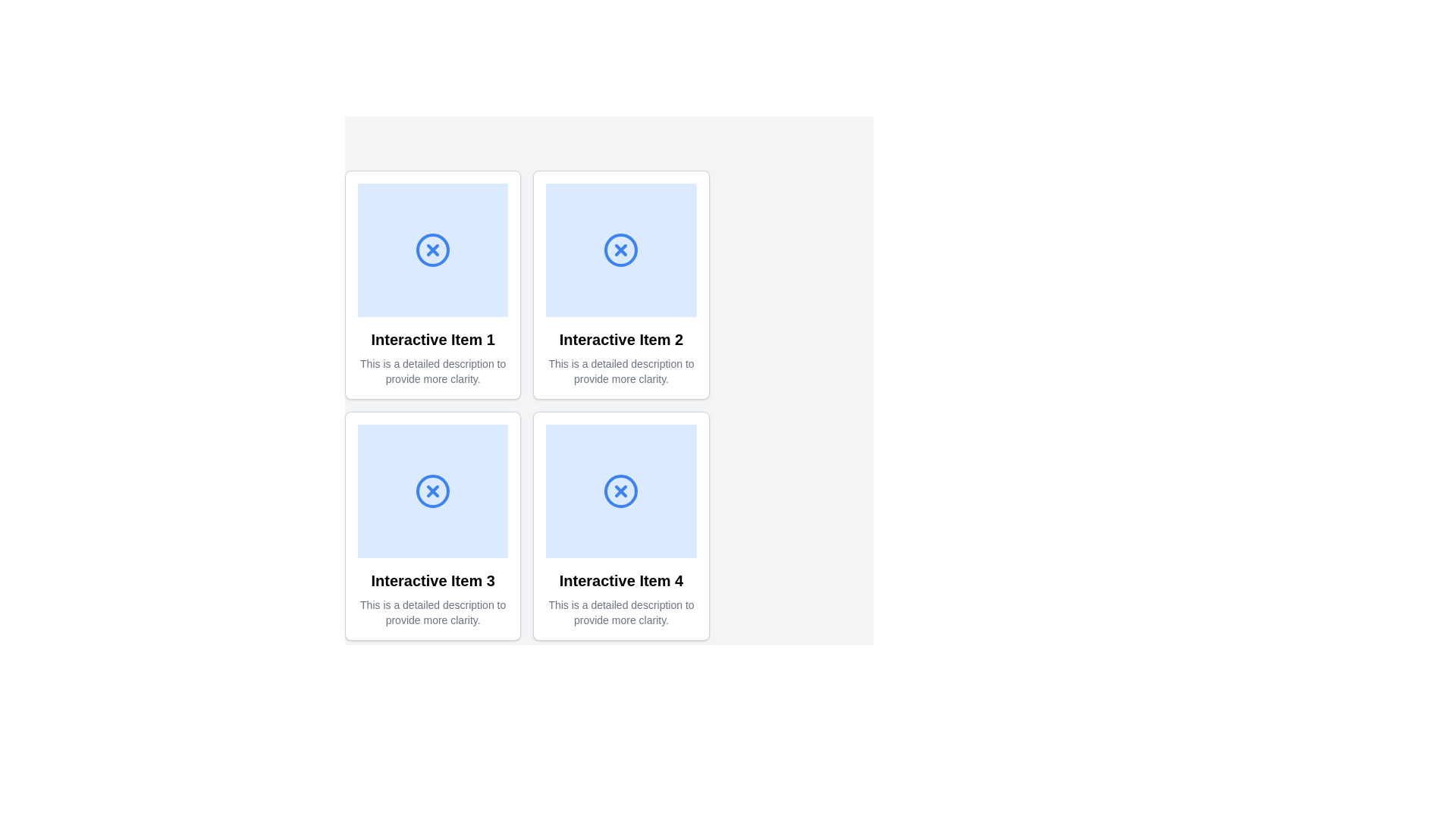 The image size is (1456, 819). What do you see at coordinates (662, 249) in the screenshot?
I see `the radius of the circular element` at bounding box center [662, 249].